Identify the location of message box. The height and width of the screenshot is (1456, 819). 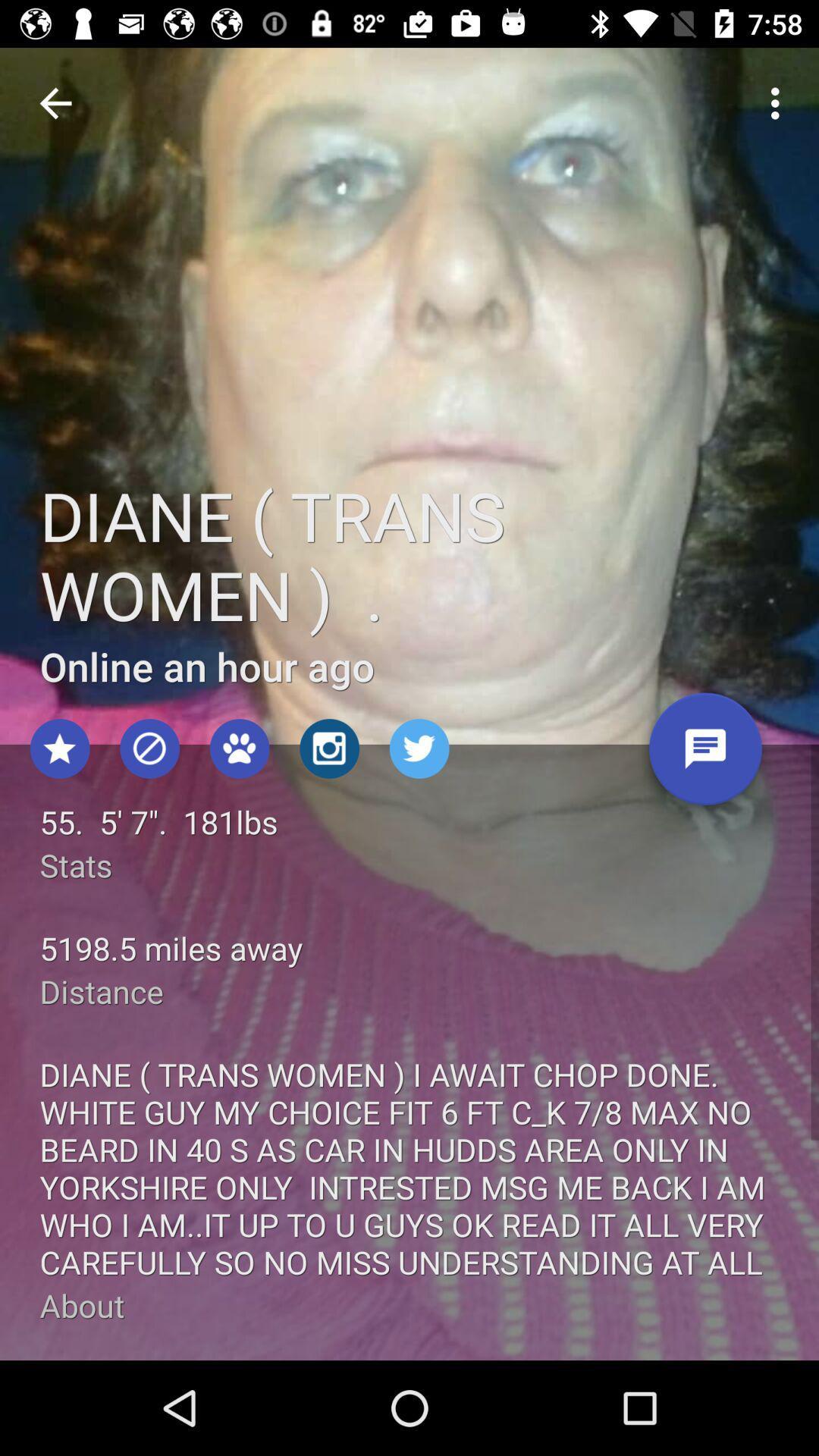
(705, 755).